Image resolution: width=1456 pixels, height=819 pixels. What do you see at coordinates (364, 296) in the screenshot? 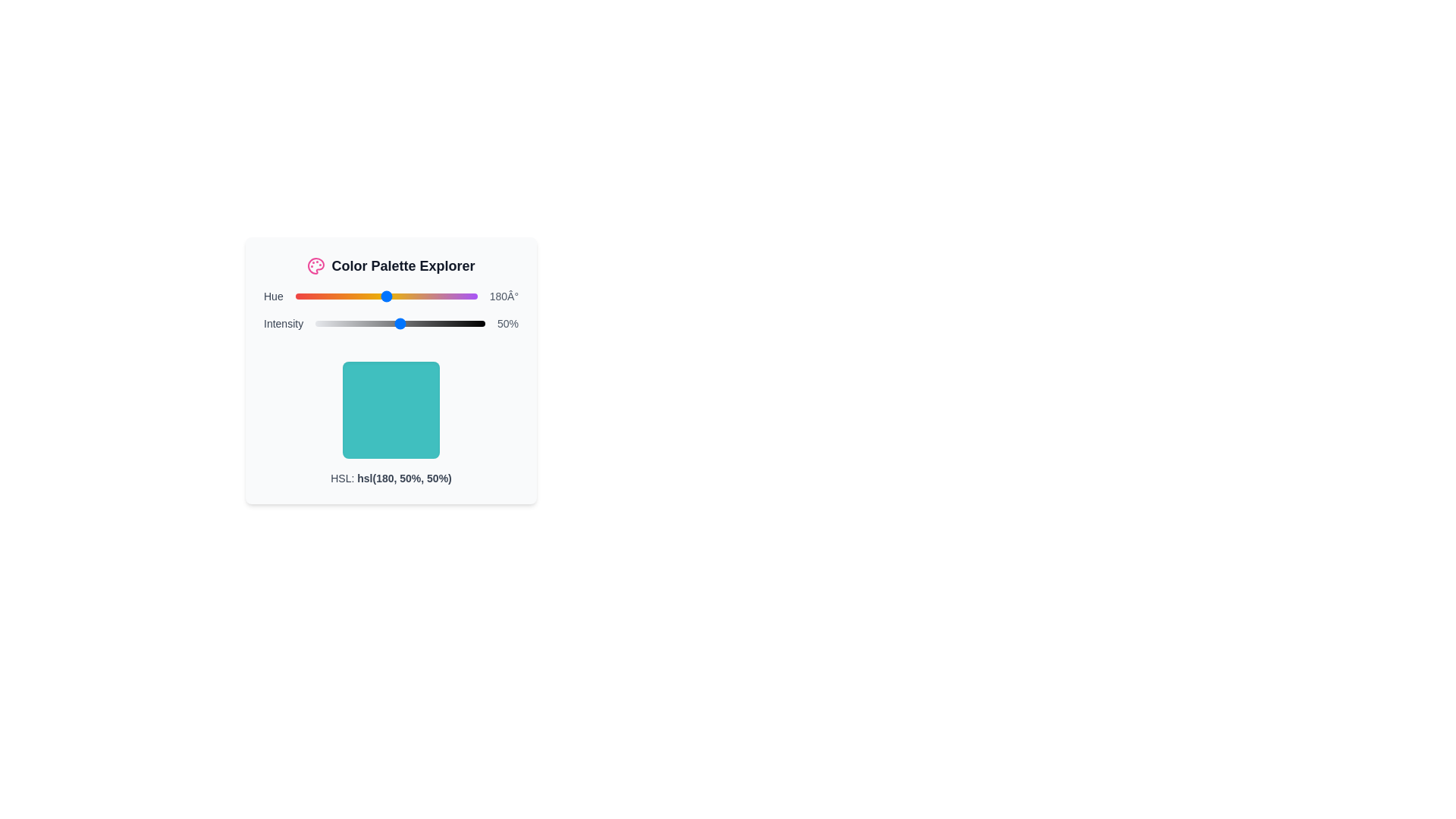
I see `the hue slider to set its value to 136` at bounding box center [364, 296].